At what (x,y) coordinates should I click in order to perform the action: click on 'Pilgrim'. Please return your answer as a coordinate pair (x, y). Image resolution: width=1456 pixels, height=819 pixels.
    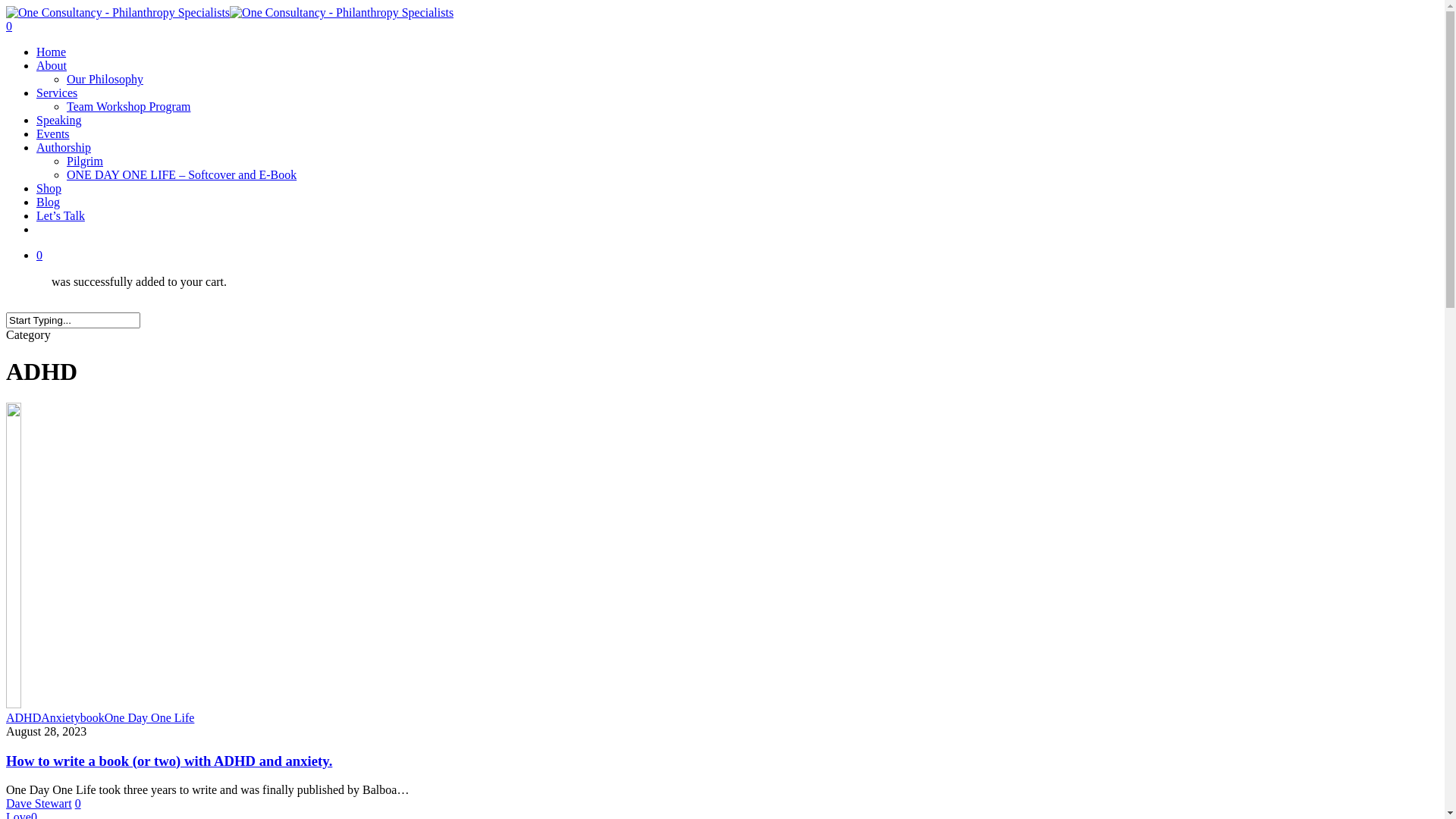
    Looking at the image, I should click on (83, 161).